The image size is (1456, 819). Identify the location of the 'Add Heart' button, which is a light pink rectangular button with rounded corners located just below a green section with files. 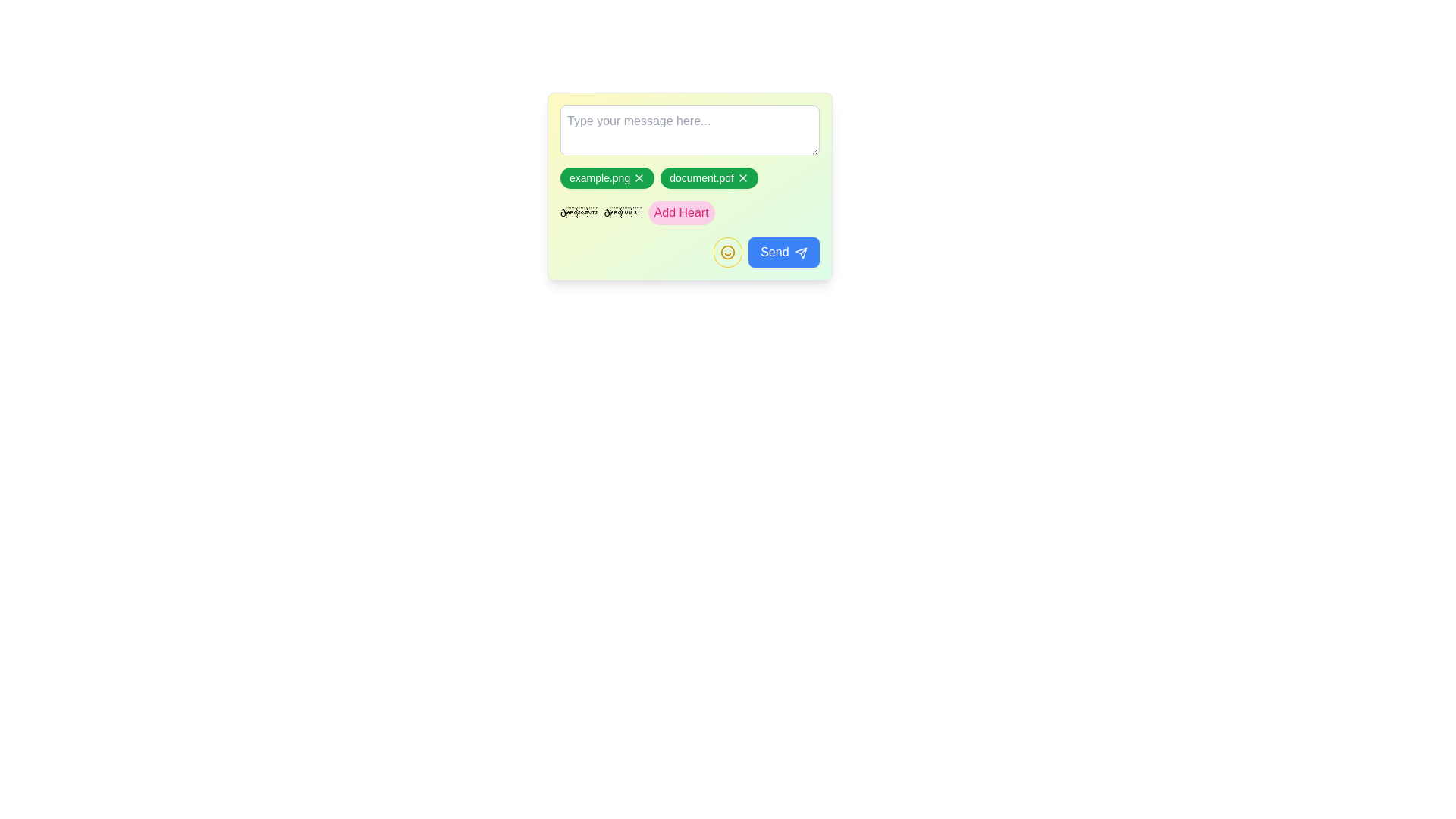
(680, 213).